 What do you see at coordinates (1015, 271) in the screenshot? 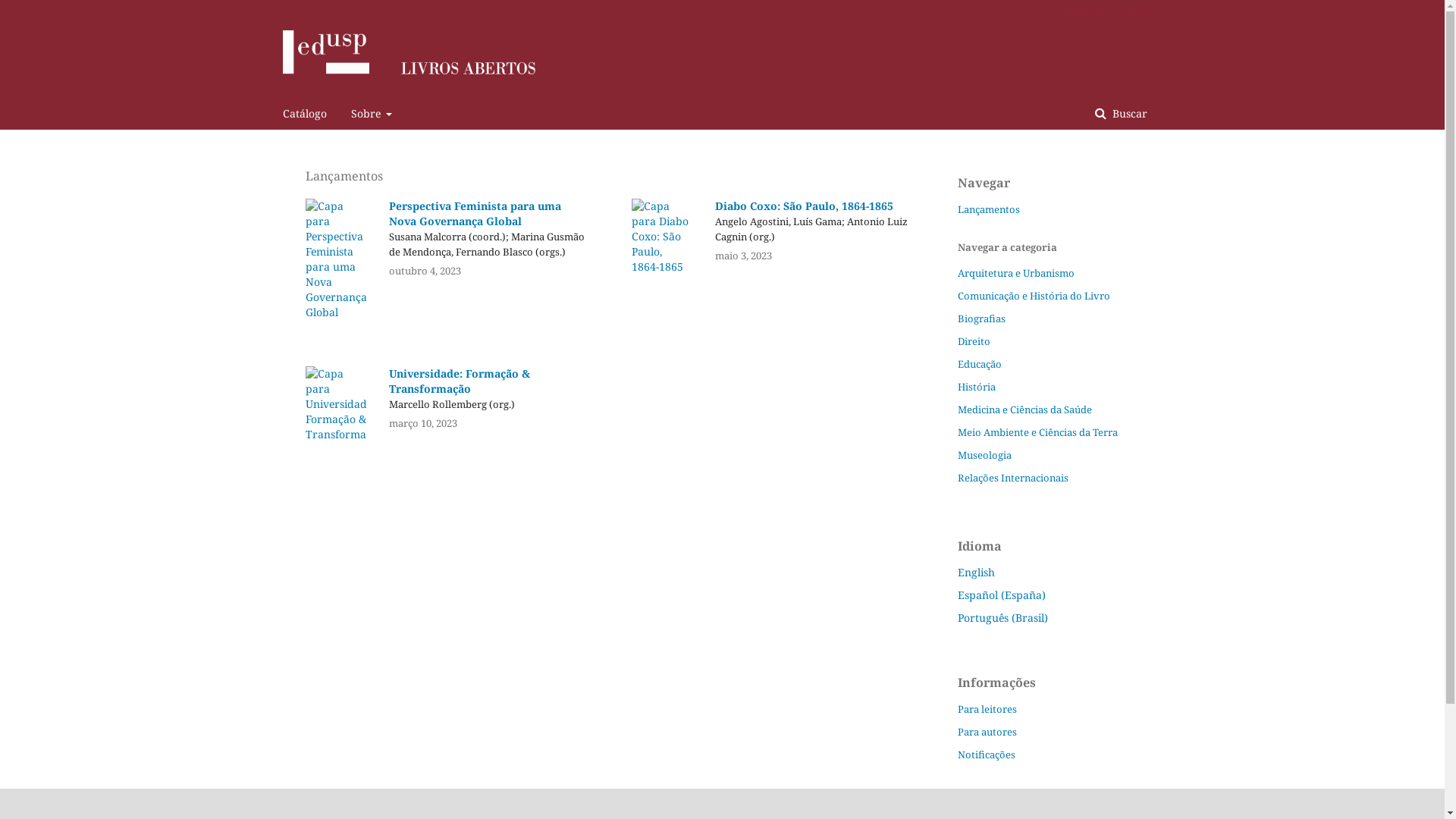
I see `'Arquitetura e Urbanismo'` at bounding box center [1015, 271].